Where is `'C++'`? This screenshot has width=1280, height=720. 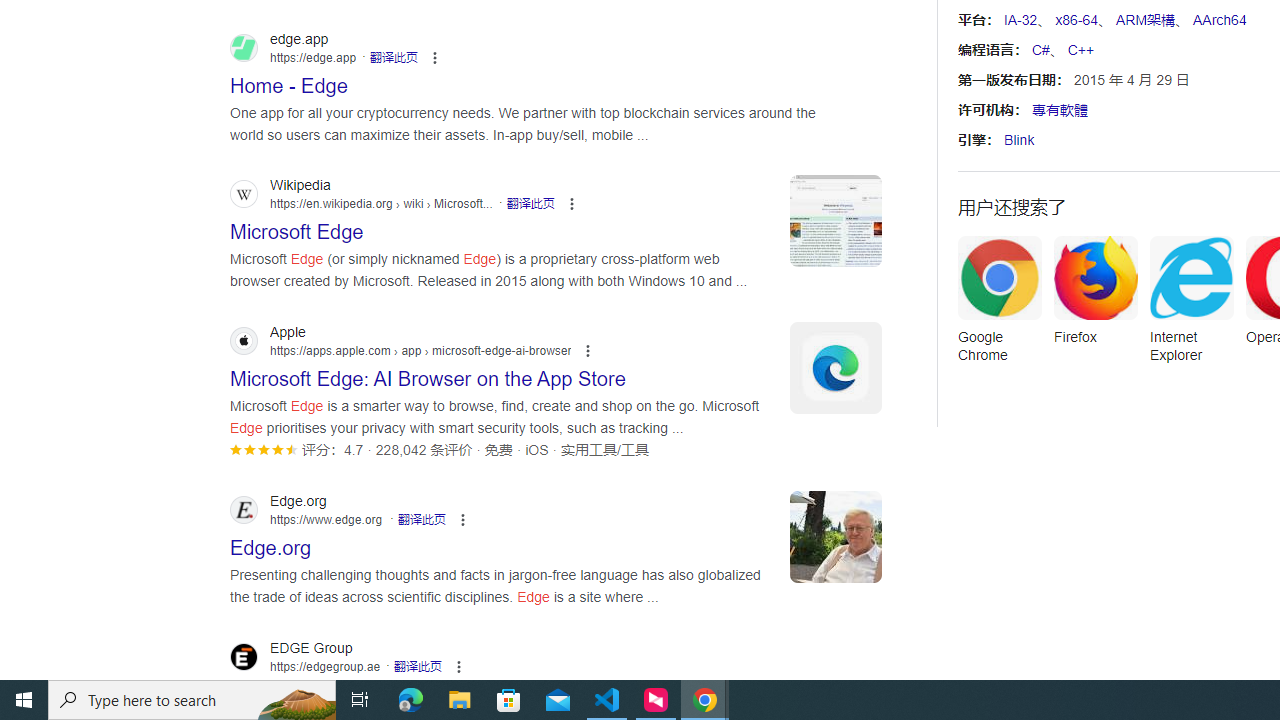
'C++' is located at coordinates (1079, 49).